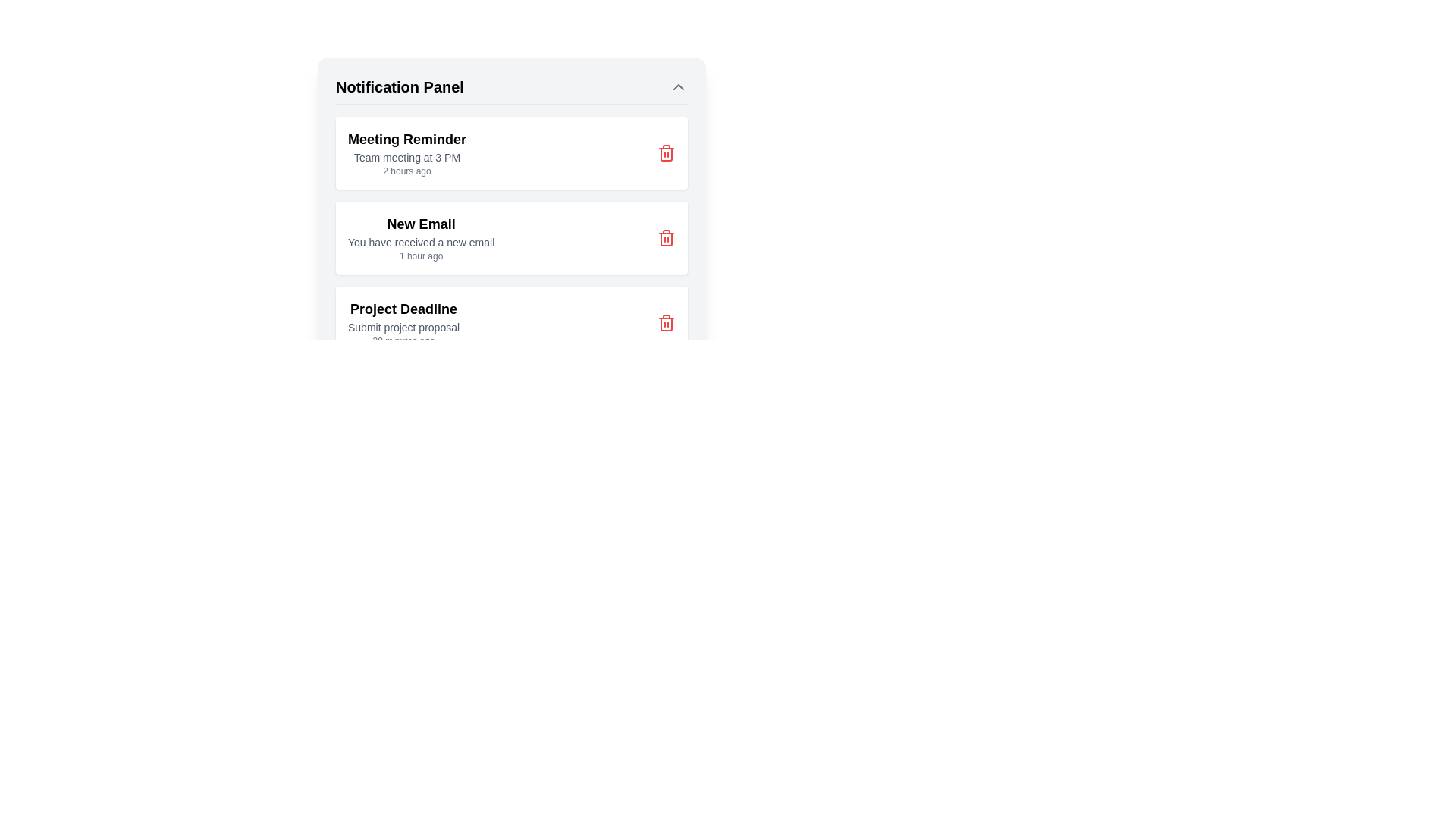 This screenshot has height=819, width=1456. I want to click on the delete icon button located at the far right of the bottommost notification item in the Notification Panel to change its color, so click(666, 322).